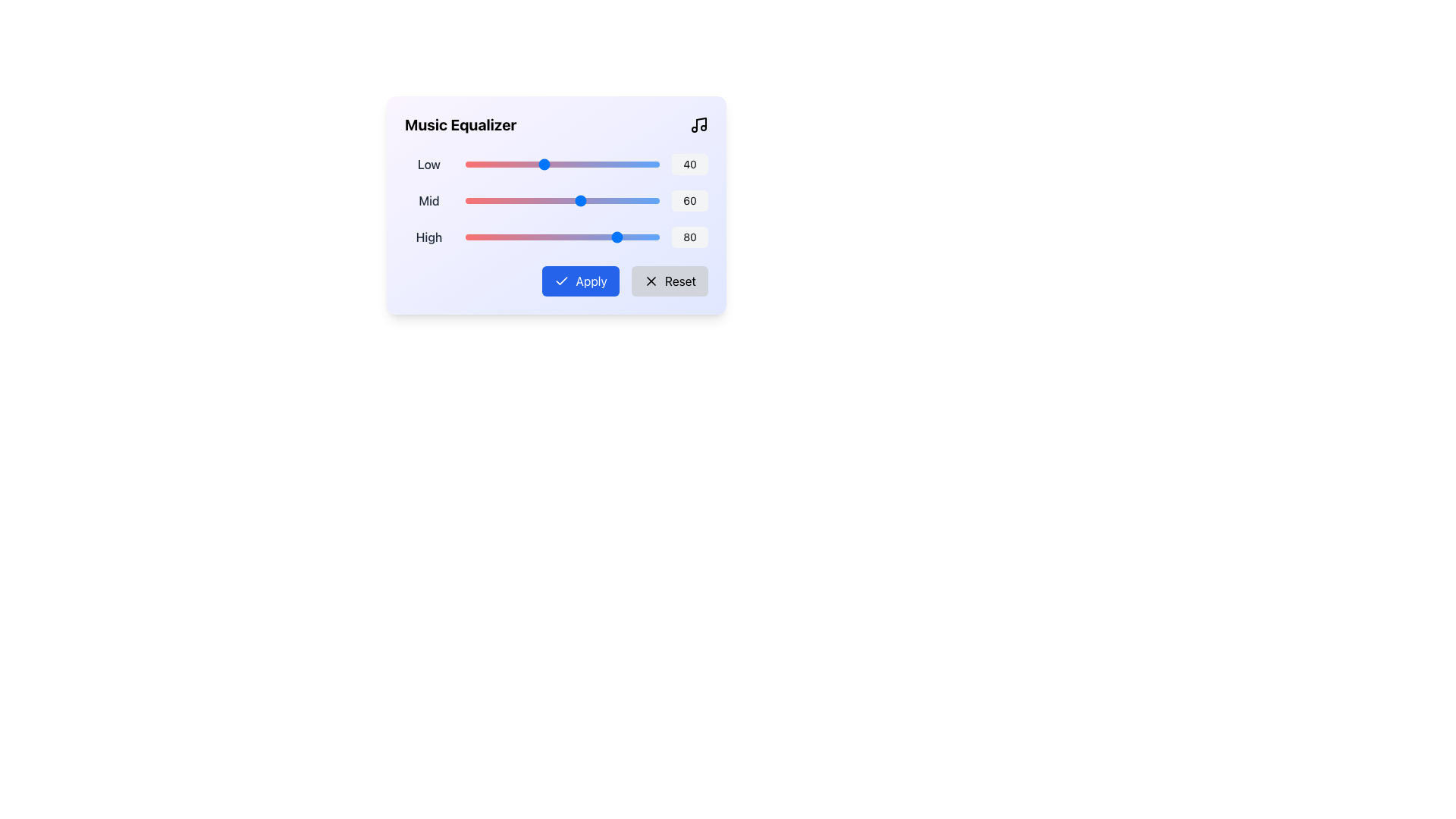  I want to click on the Low frequency equalizer value, so click(513, 164).